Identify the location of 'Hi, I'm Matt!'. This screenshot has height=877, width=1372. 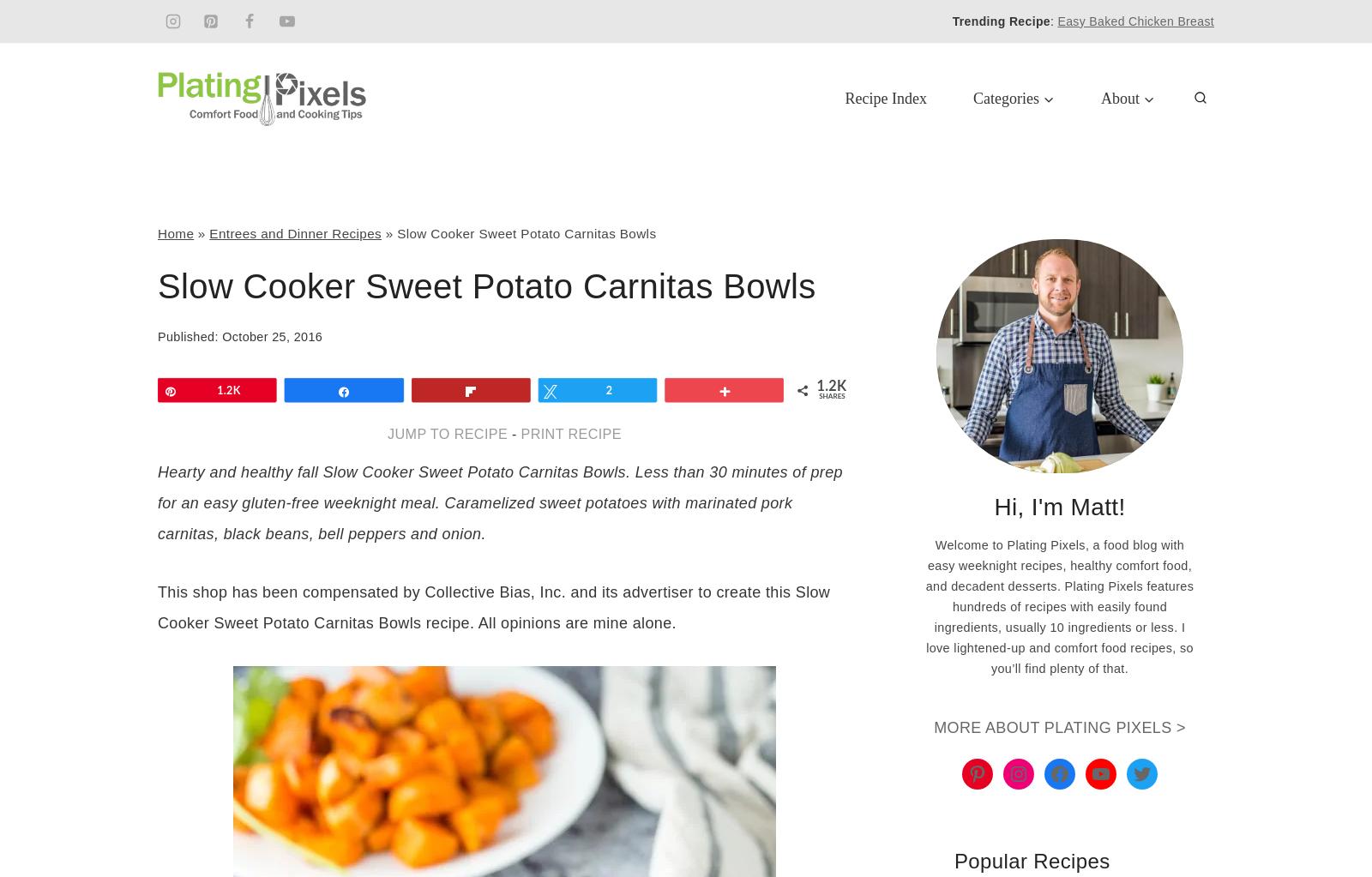
(1058, 506).